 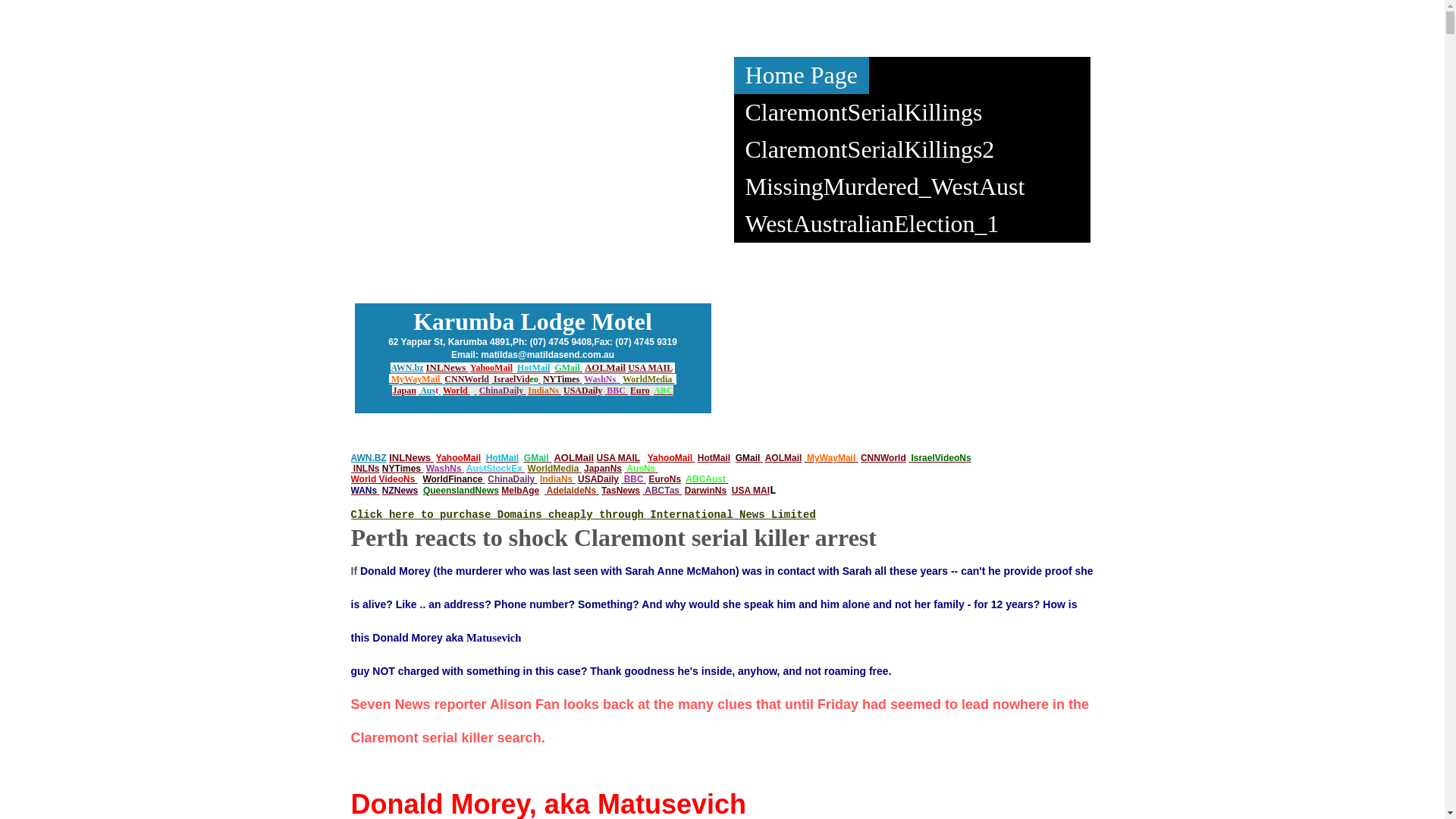 What do you see at coordinates (403, 390) in the screenshot?
I see `'Japan'` at bounding box center [403, 390].